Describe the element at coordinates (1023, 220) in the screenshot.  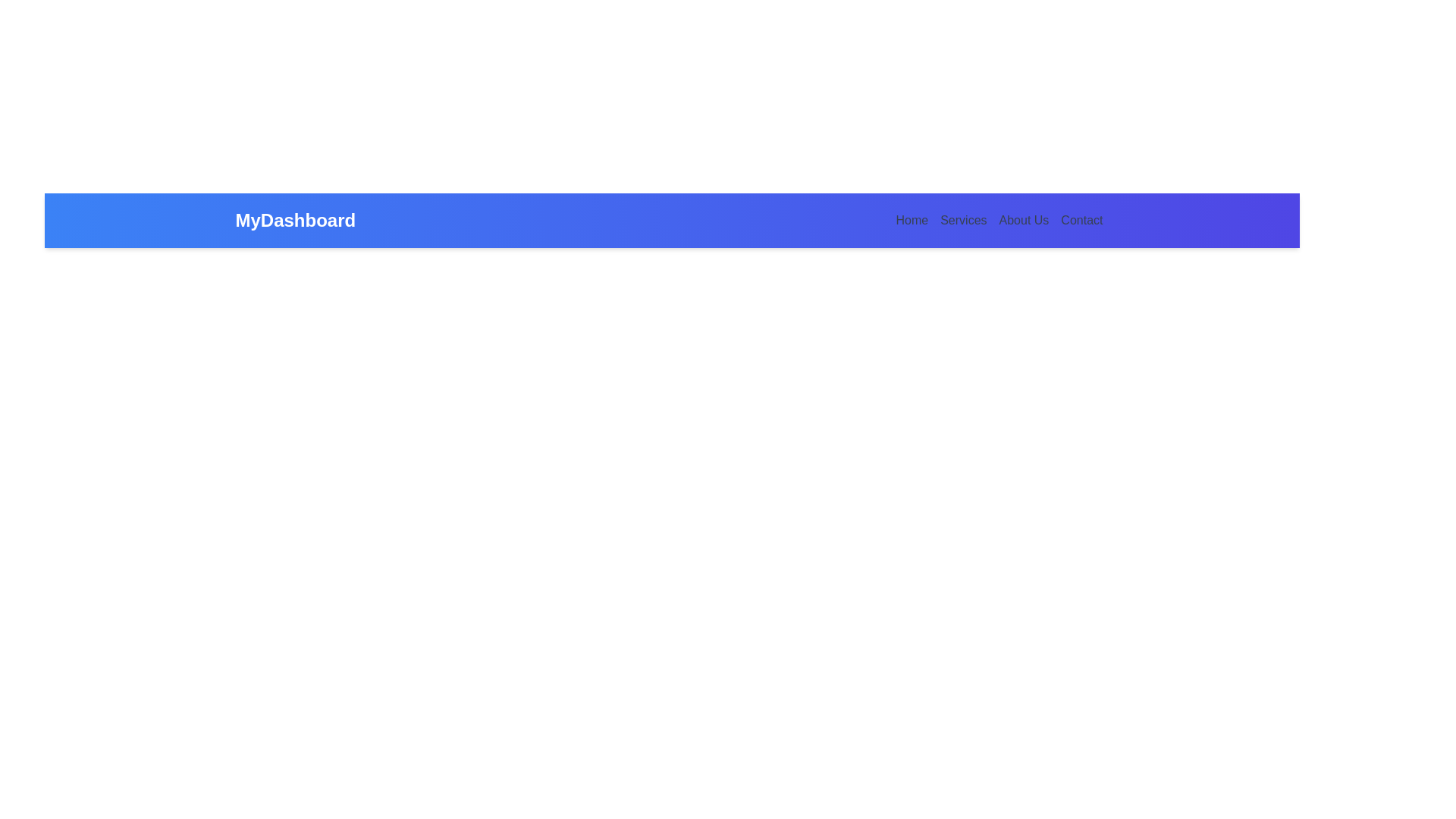
I see `the 'About Us' text hyperlink located in the navigation bar` at that location.